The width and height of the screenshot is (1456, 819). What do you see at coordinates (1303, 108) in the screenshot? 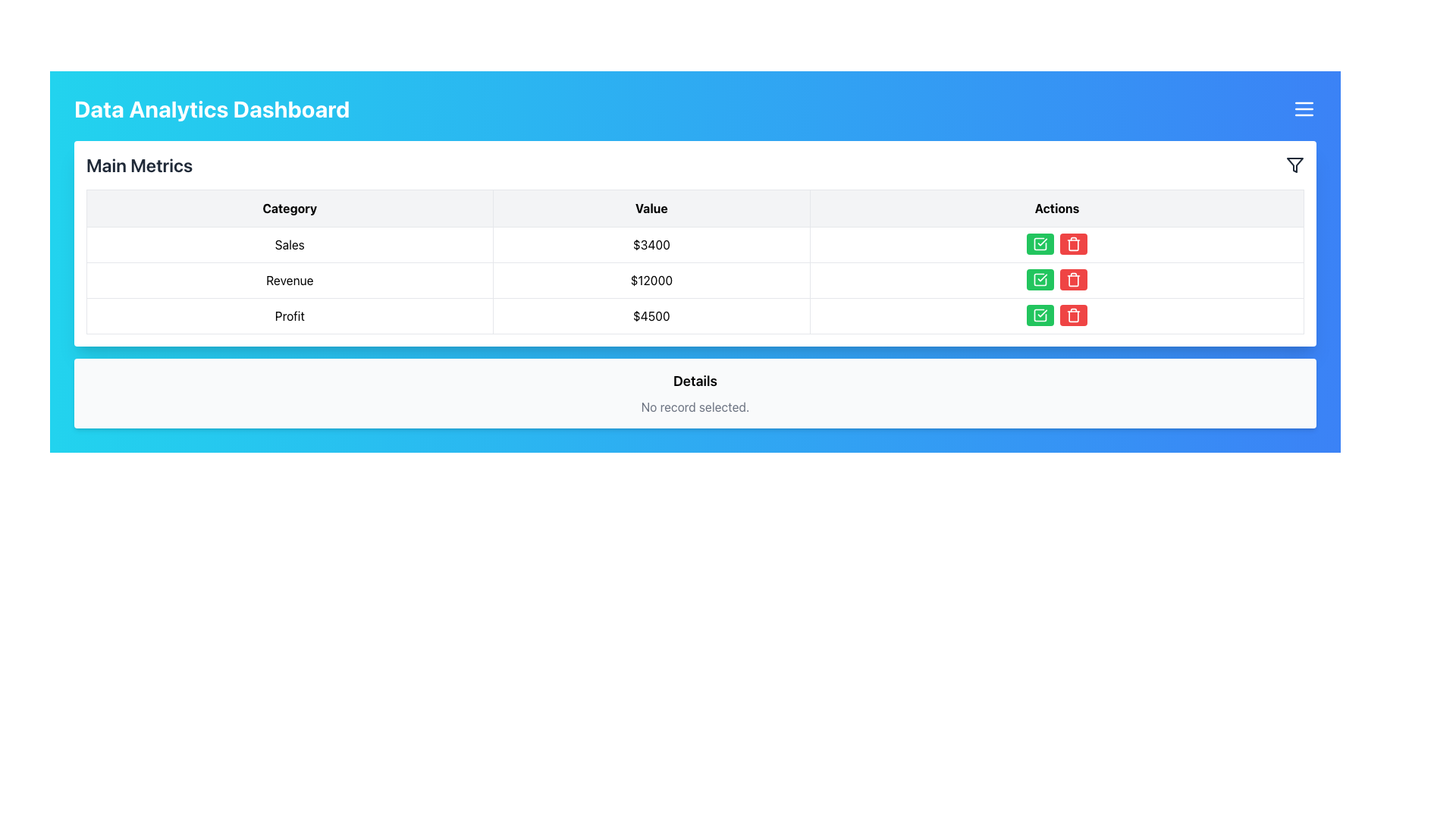
I see `the menu trigger button located in the top-right corner of the interface` at bounding box center [1303, 108].